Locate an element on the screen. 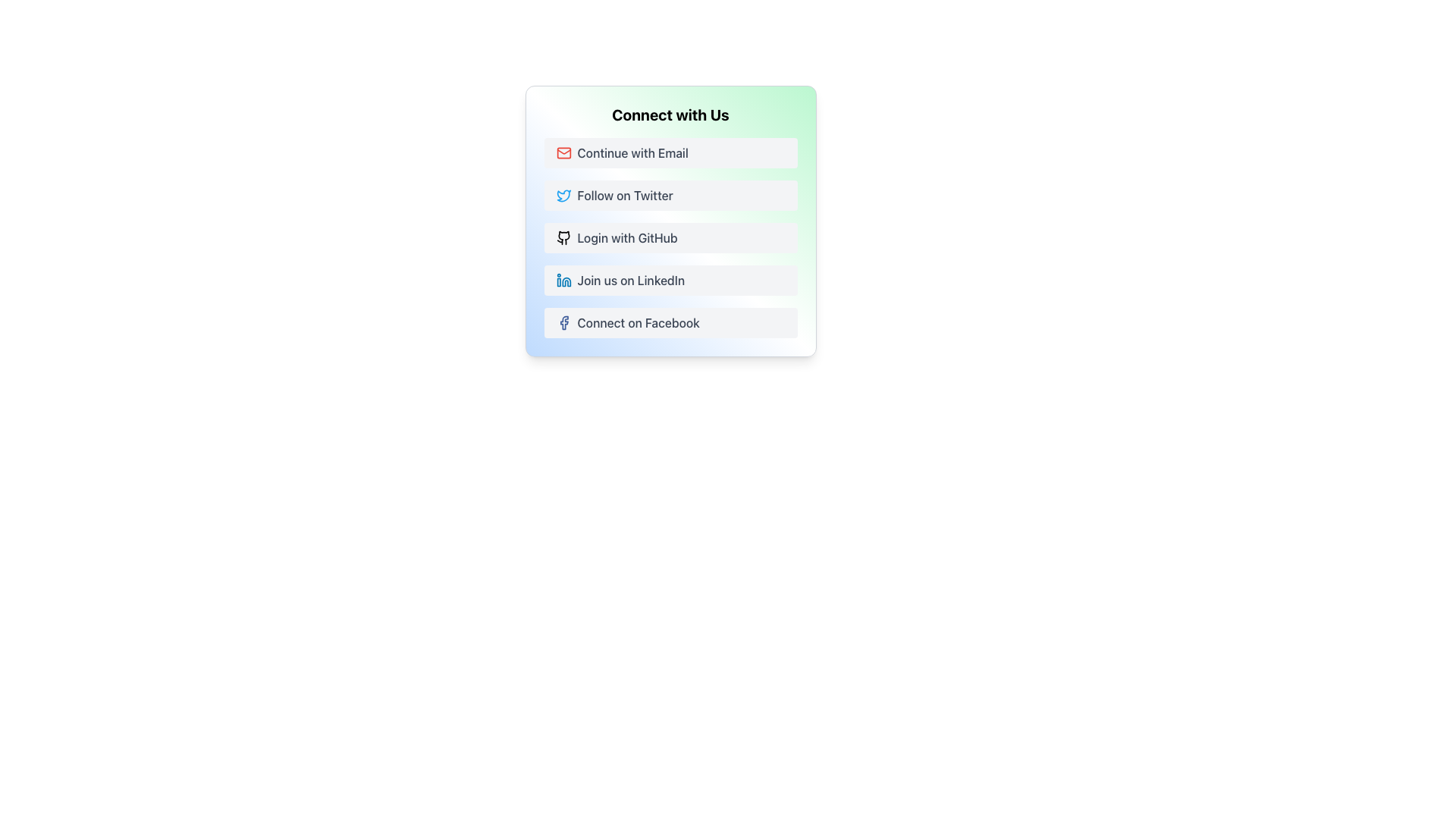 Image resolution: width=1456 pixels, height=819 pixels. the vector graphic component of the envelope icon located to the left of the 'Continue with Email' button in the 'Connect with Us' section is located at coordinates (563, 152).